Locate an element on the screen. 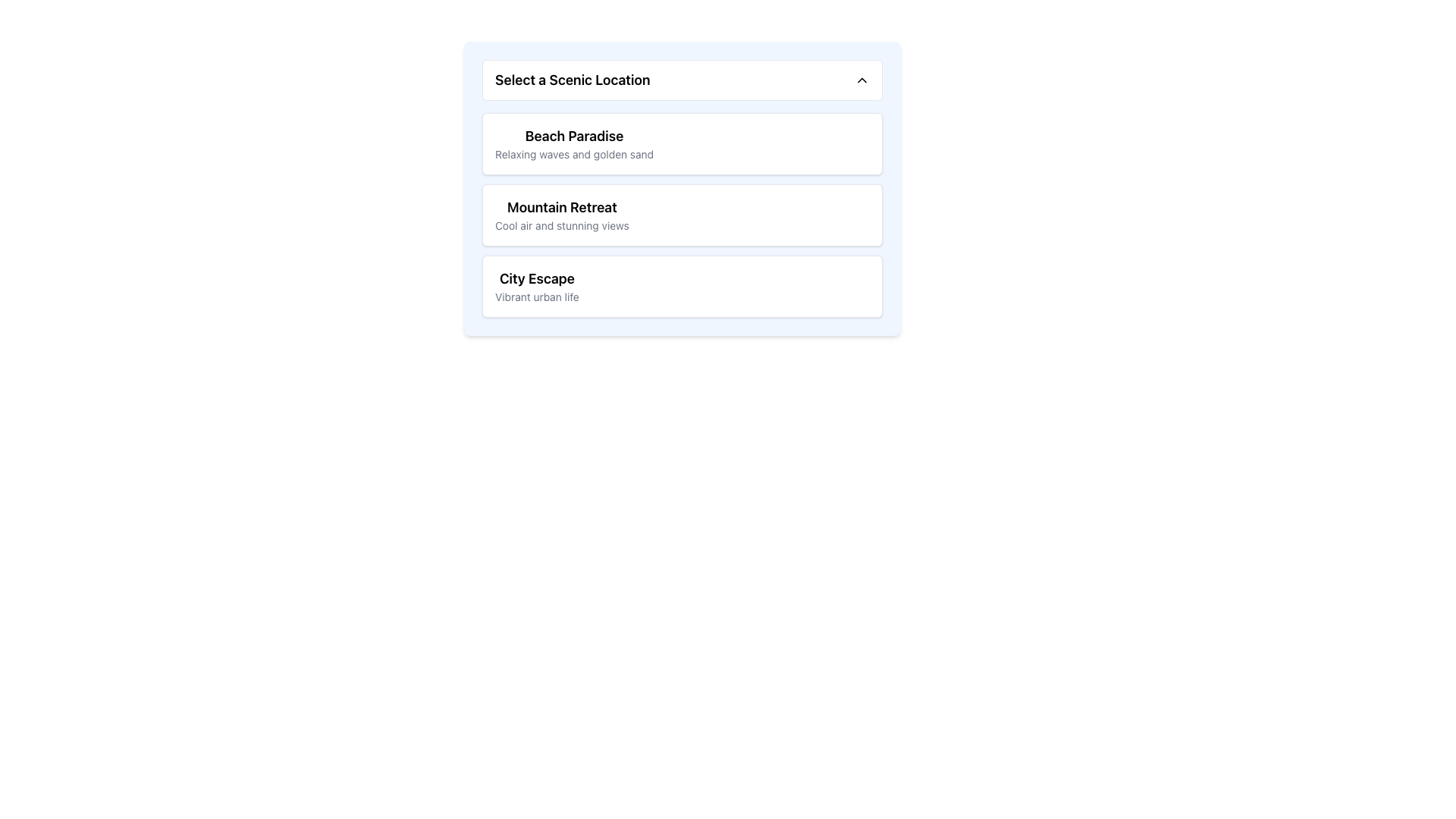 Image resolution: width=1456 pixels, height=819 pixels. the first Option Card titled 'Beach Paradise' in the list labeled 'Select a Scenic Location.' is located at coordinates (682, 143).